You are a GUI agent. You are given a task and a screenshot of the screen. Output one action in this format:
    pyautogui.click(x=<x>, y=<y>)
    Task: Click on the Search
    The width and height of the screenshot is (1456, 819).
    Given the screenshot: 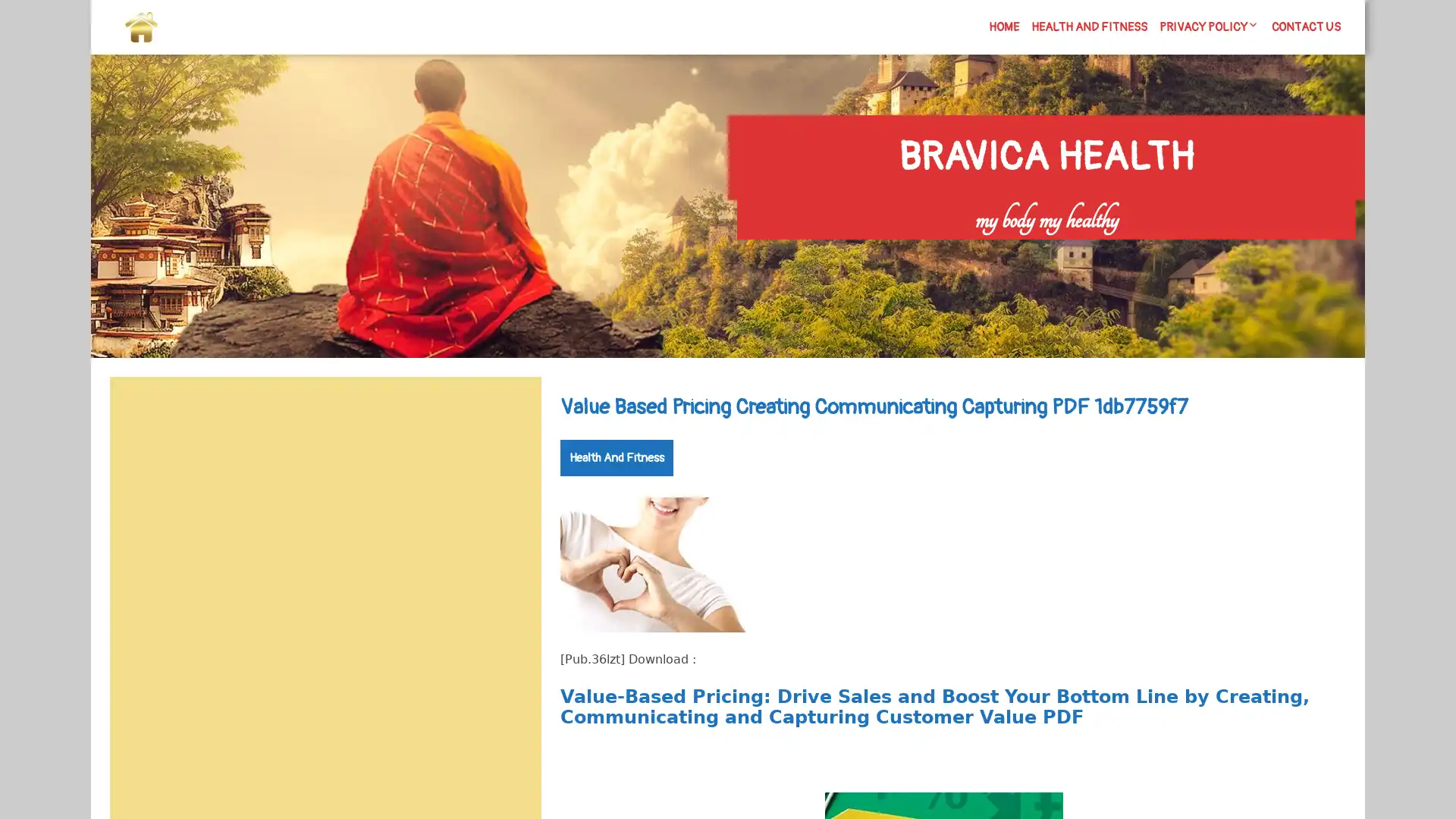 What is the action you would take?
    pyautogui.click(x=506, y=413)
    